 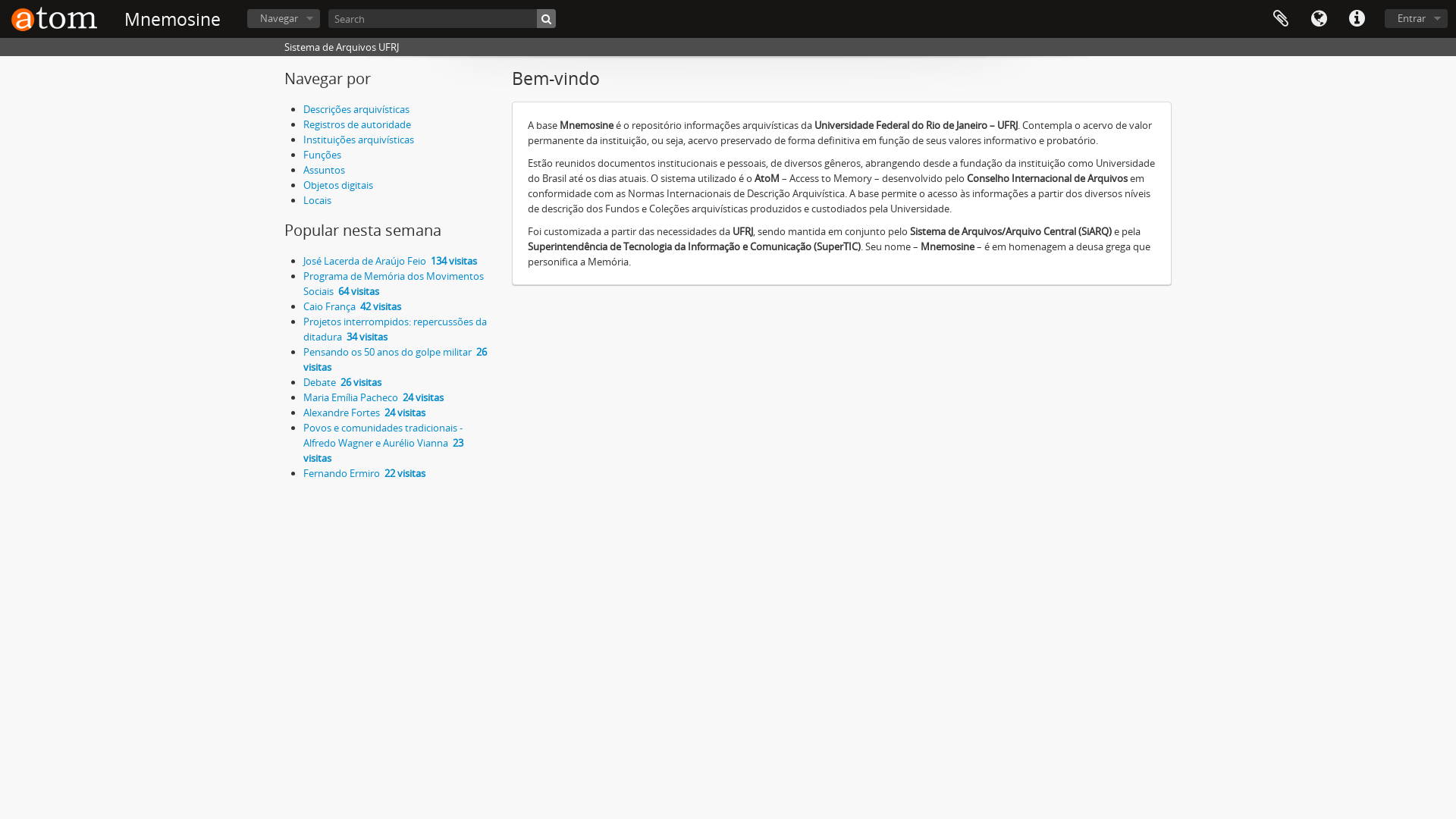 What do you see at coordinates (356, 124) in the screenshot?
I see `'Registros de autoridade'` at bounding box center [356, 124].